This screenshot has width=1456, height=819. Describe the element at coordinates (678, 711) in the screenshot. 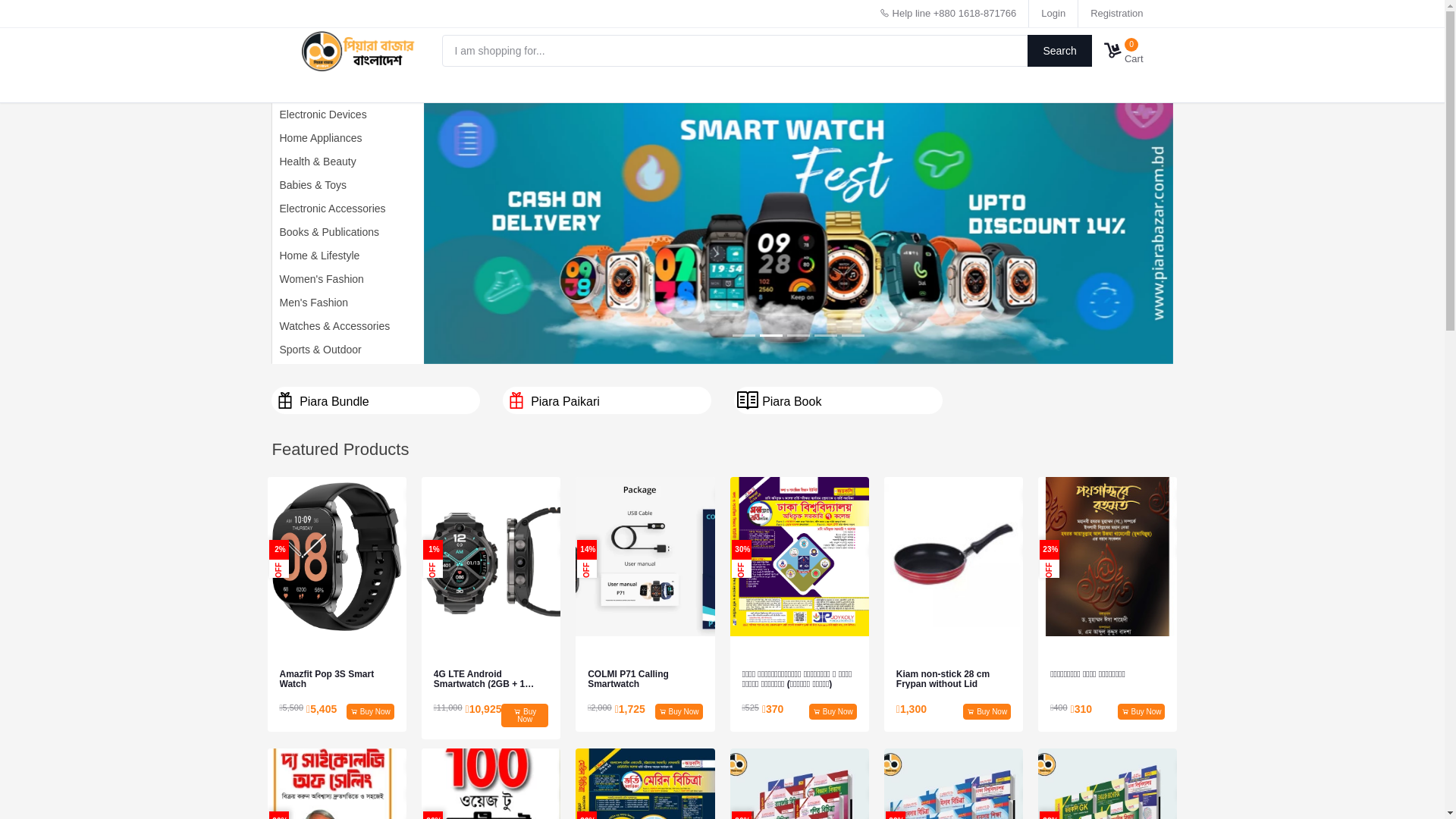

I see `'Buy Now'` at that location.